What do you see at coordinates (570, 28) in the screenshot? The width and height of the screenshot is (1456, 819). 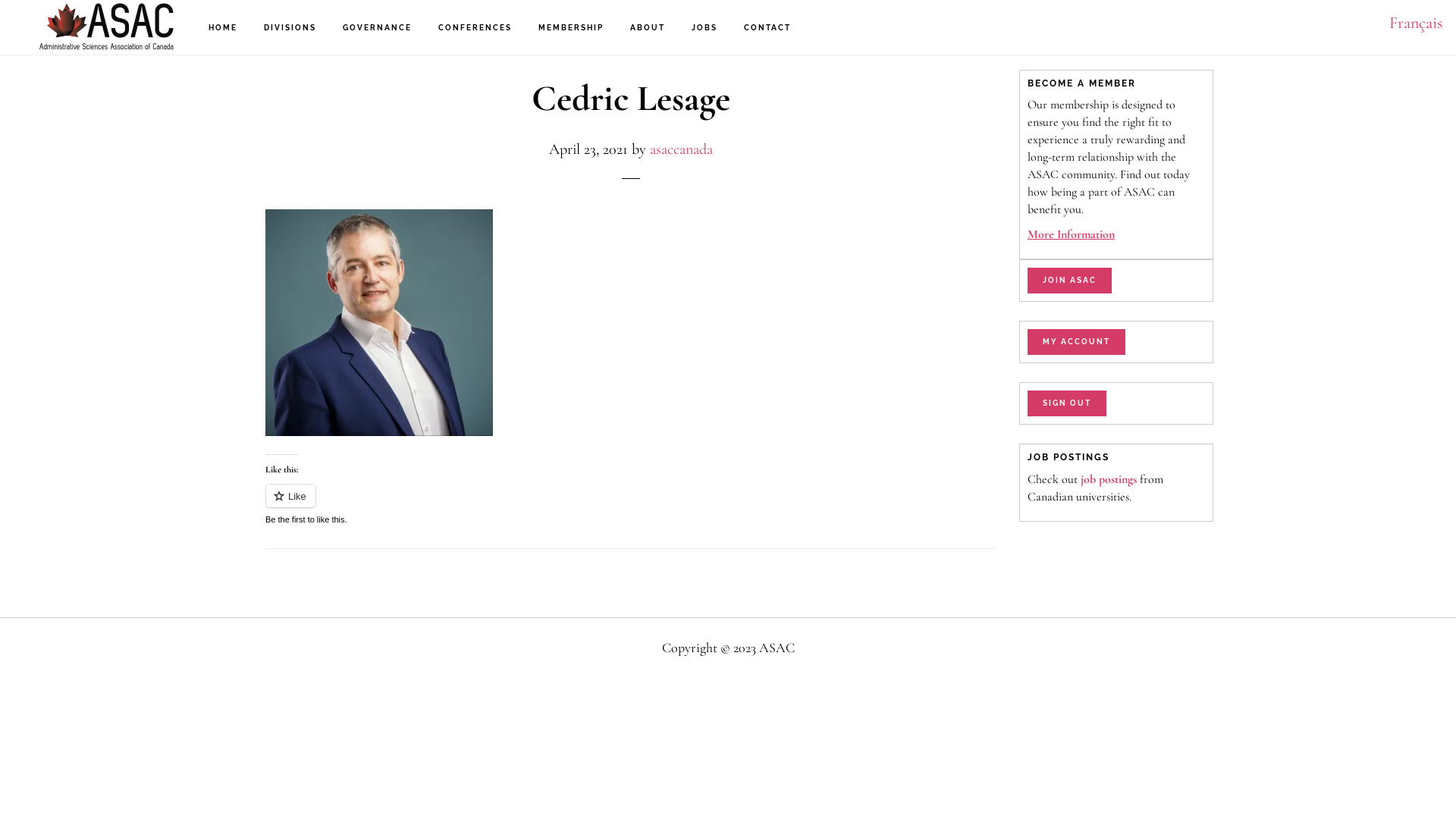 I see `'MEMBERSHIP'` at bounding box center [570, 28].